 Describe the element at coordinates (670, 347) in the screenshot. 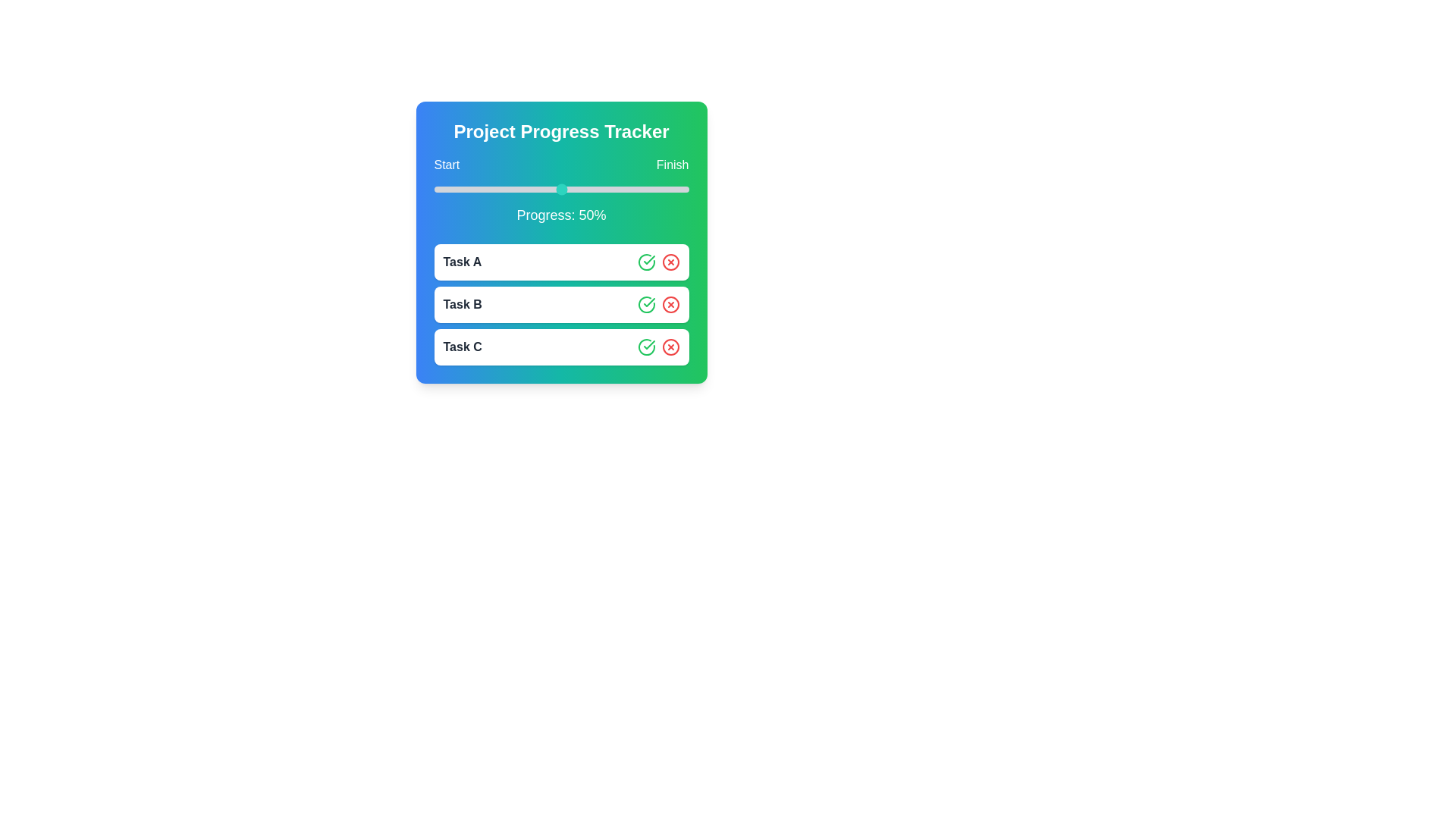

I see `cross button next to Task C to cancel it` at that location.